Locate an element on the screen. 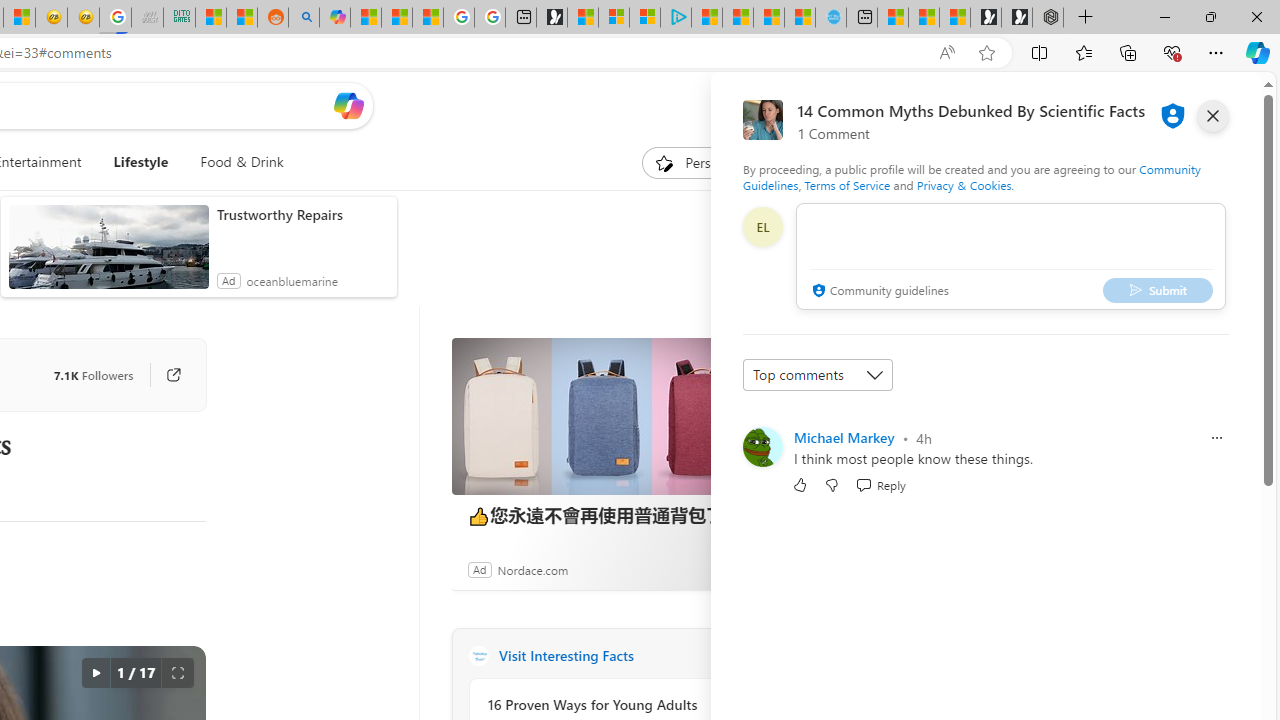 This screenshot has height=720, width=1280. 'Microsoft Copilot in Bing' is located at coordinates (334, 17).